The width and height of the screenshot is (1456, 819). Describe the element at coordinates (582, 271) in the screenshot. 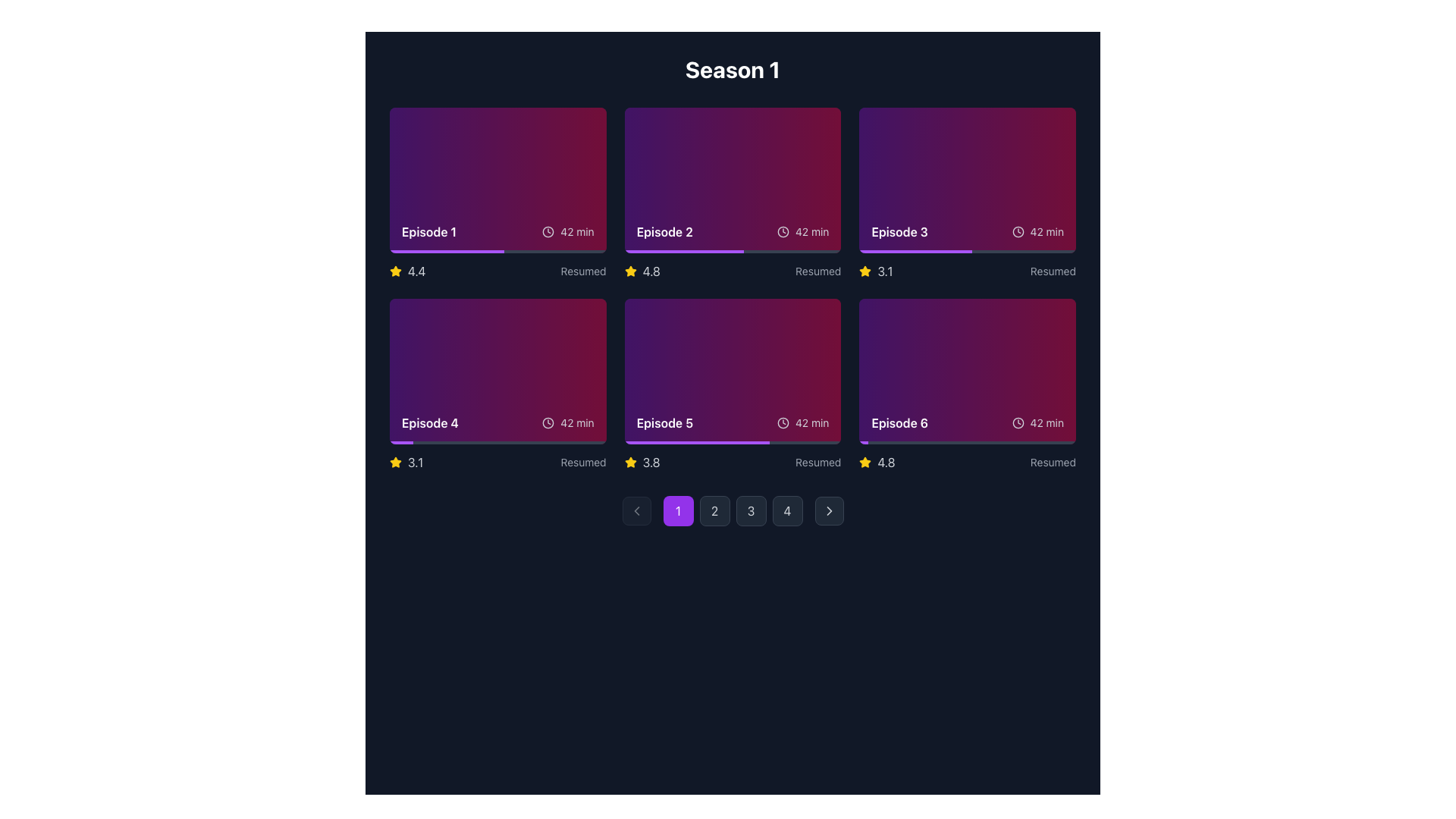

I see `the static label displaying 'Resumed' which indicates the status of the associated content in the 'Episode 2' card, positioned to the right of the yellow star rating icon` at that location.